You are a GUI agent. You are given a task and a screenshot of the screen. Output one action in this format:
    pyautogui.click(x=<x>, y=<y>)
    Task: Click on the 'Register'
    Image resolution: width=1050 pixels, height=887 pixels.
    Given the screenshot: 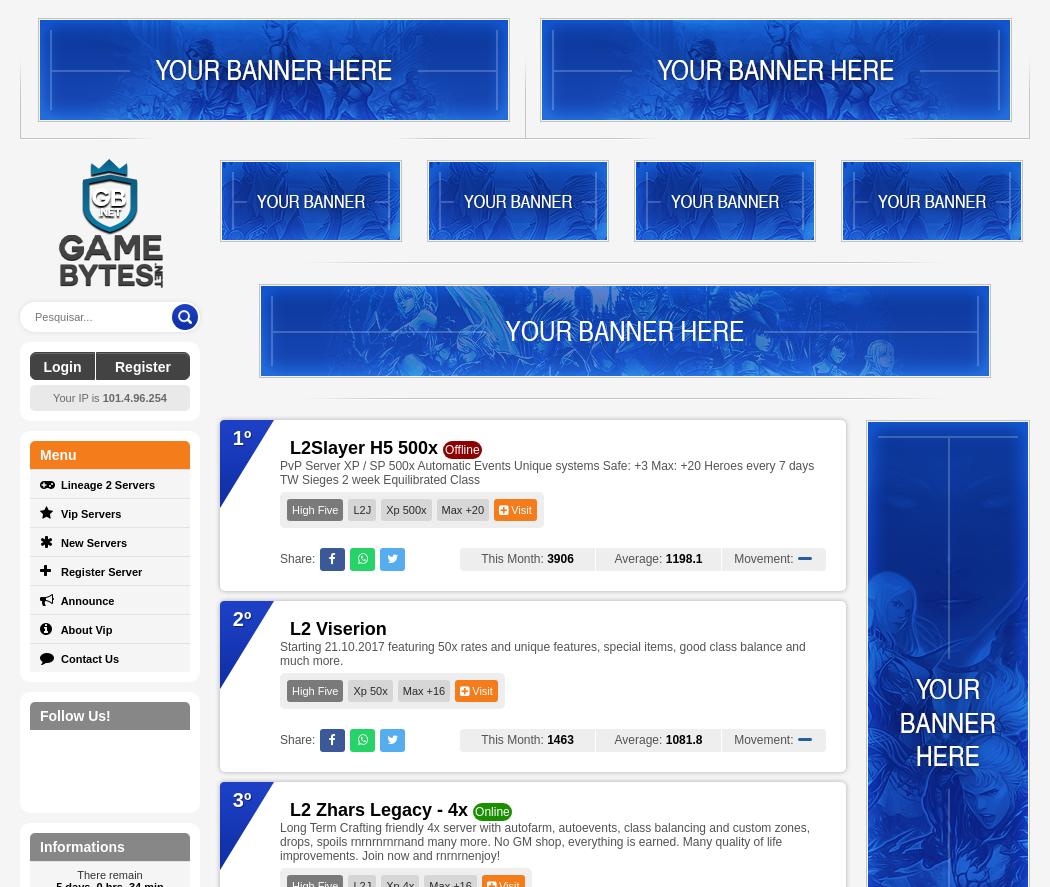 What is the action you would take?
    pyautogui.click(x=141, y=366)
    